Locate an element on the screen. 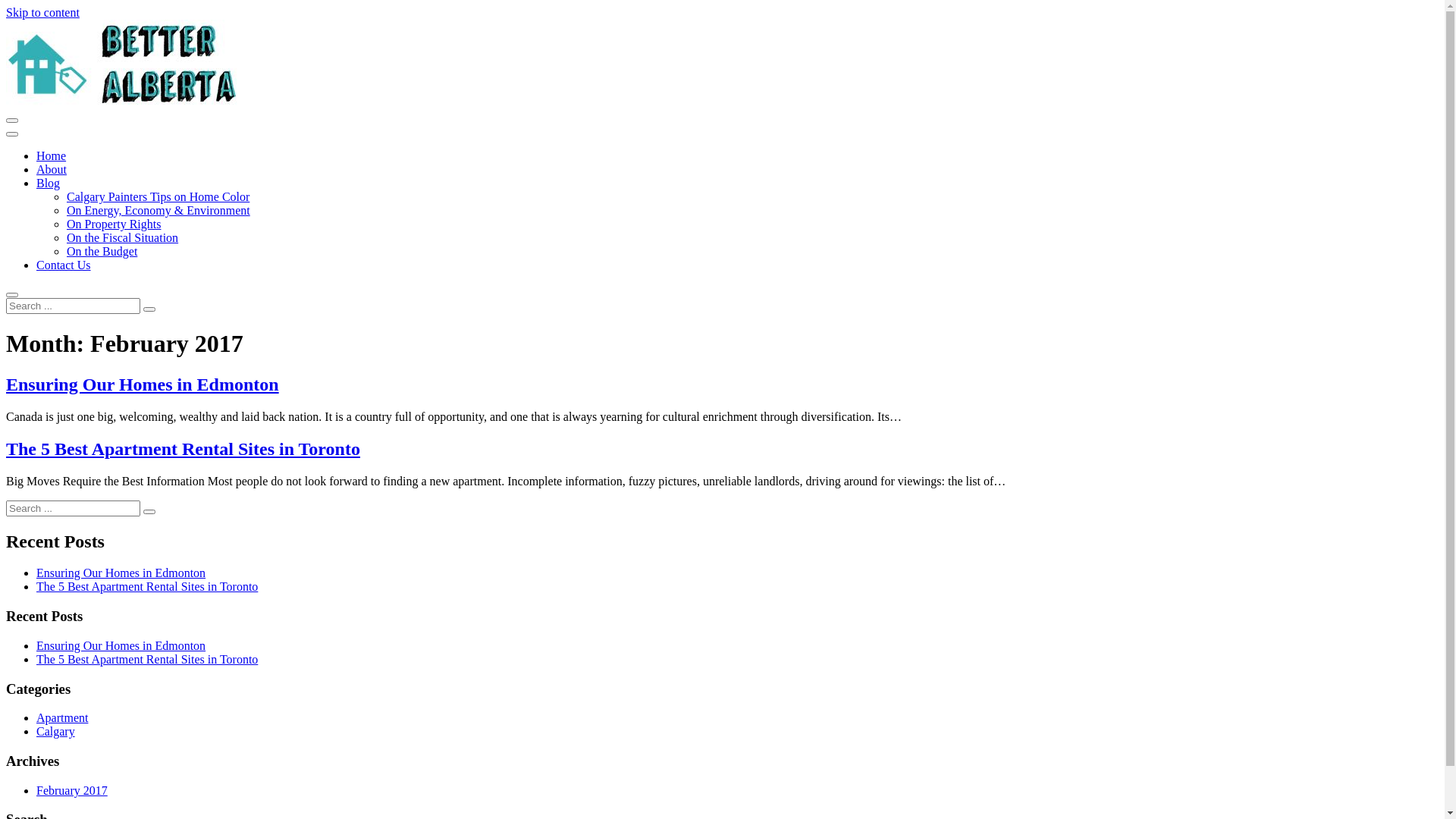  'Skip to content' is located at coordinates (42, 12).